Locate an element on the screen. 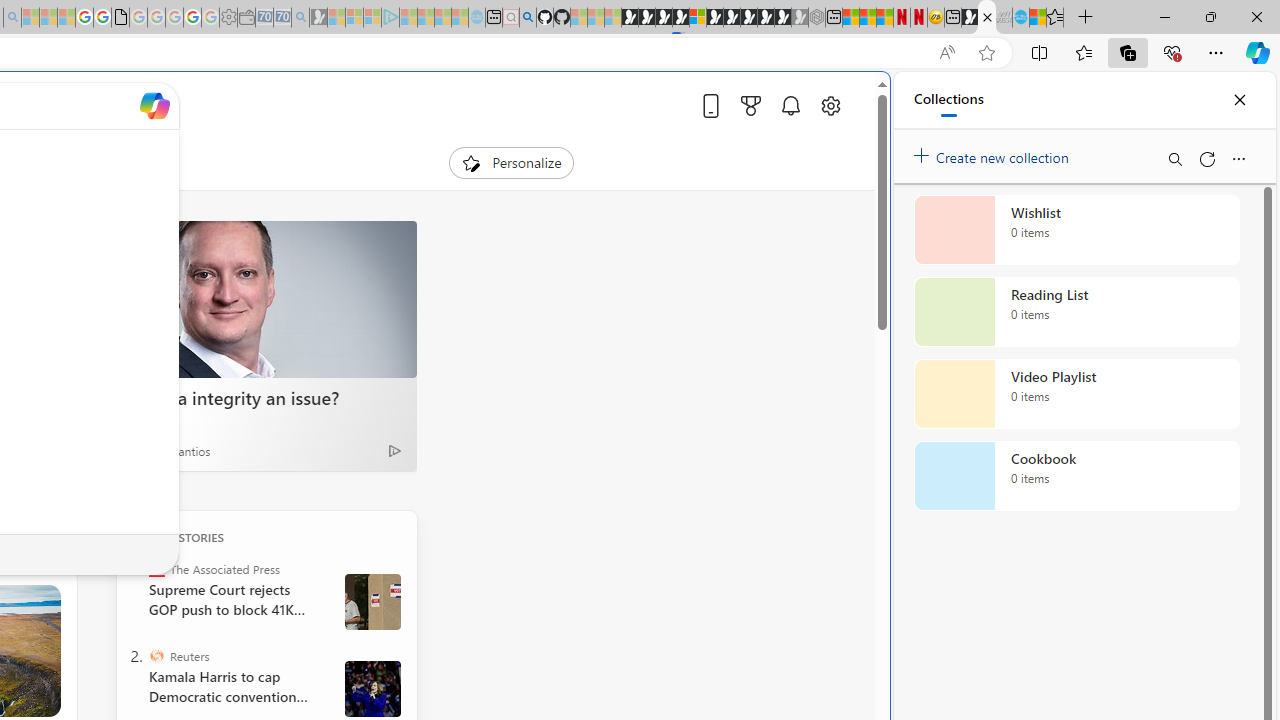  'Services - Maintenance | Sky Blue Bikes - Sky Blue Bikes' is located at coordinates (1020, 17).